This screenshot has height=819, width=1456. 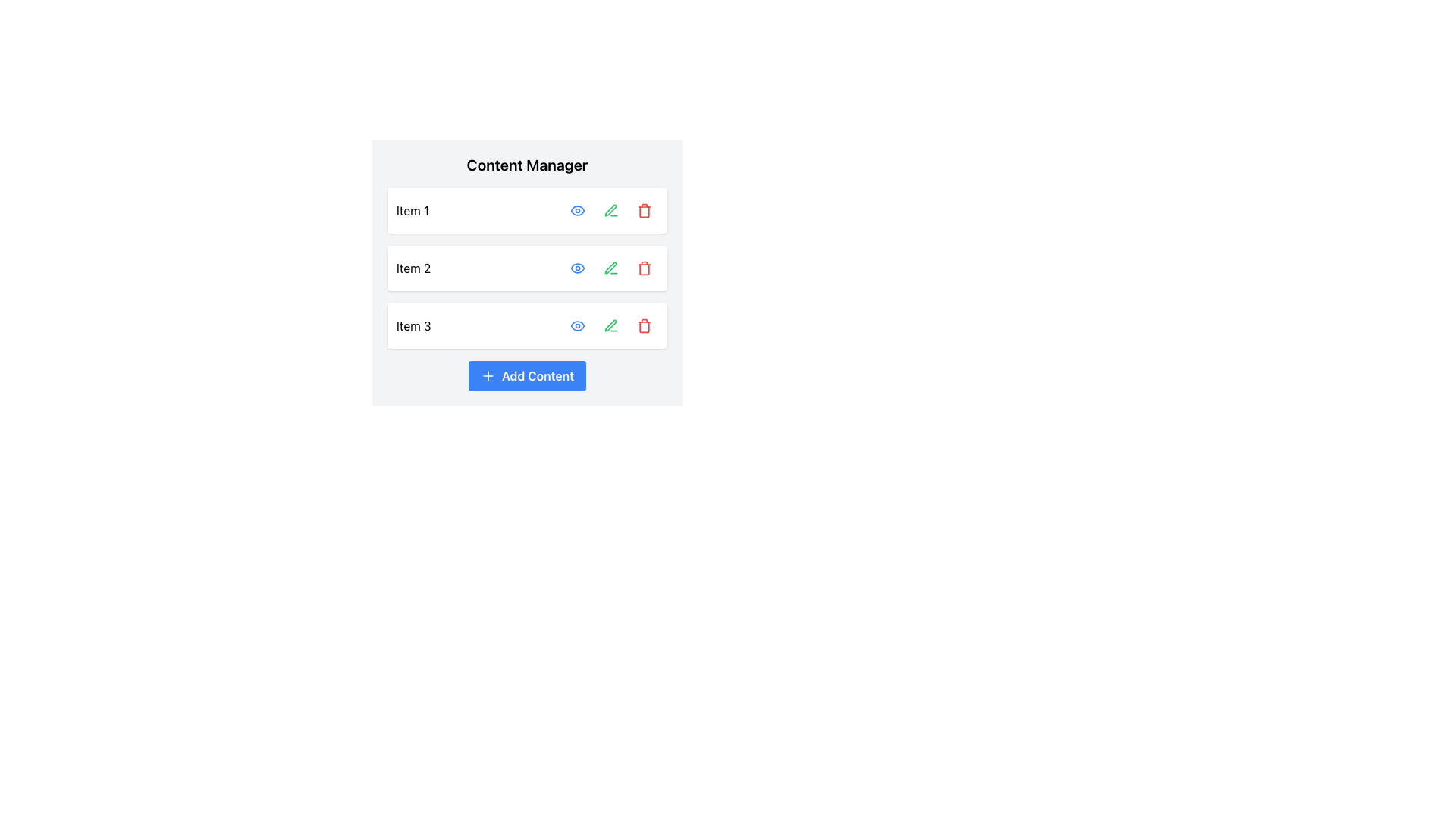 I want to click on the SVG Icon Button for the 'Item 2' entry, so click(x=577, y=268).